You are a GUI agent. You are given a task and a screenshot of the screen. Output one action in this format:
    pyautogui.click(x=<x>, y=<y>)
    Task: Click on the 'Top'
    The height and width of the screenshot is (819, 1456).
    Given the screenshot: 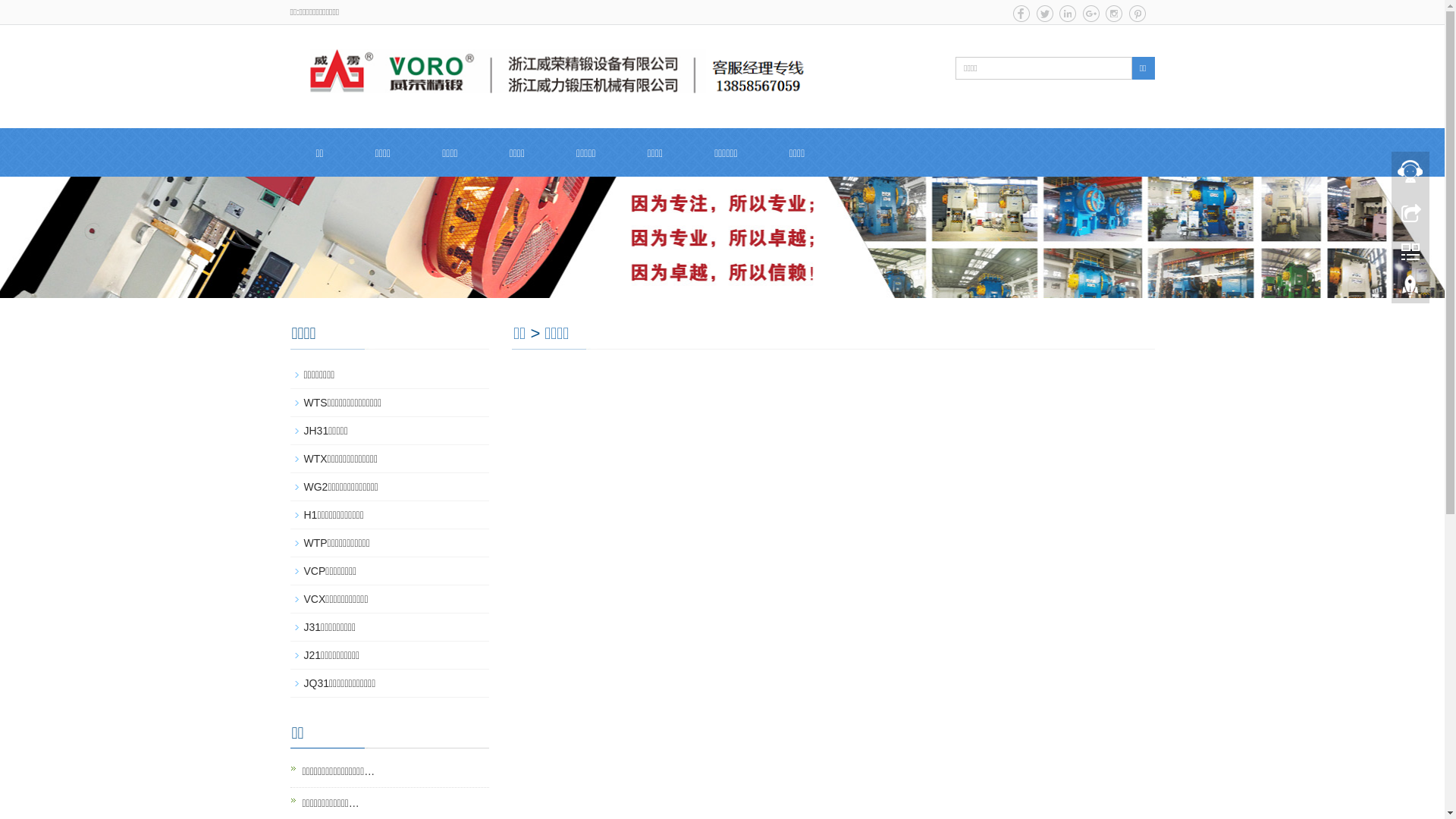 What is the action you would take?
    pyautogui.click(x=1410, y=290)
    